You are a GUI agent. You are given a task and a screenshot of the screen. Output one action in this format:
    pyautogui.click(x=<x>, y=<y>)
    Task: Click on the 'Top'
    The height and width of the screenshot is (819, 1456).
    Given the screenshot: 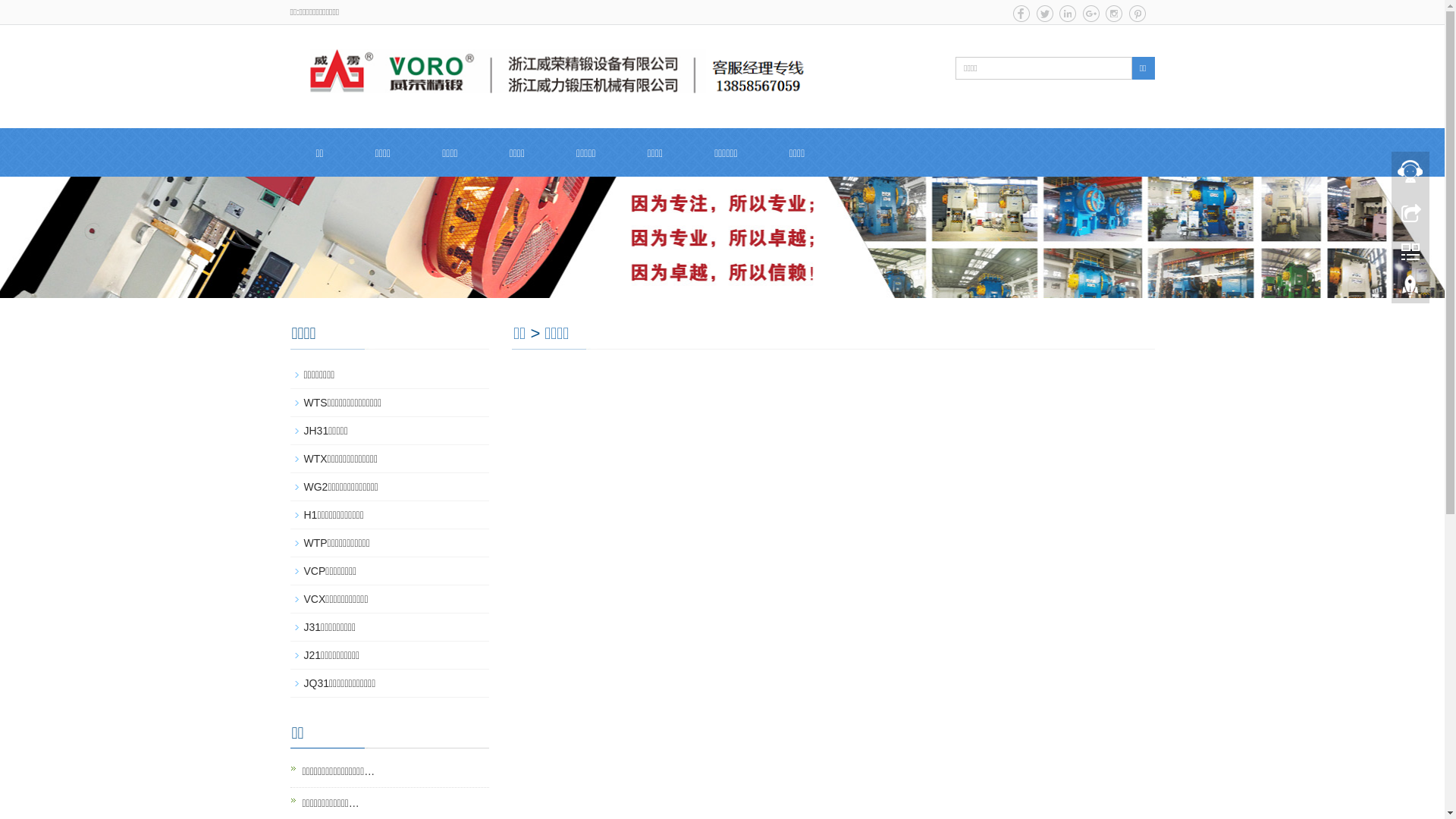 What is the action you would take?
    pyautogui.click(x=1410, y=290)
    